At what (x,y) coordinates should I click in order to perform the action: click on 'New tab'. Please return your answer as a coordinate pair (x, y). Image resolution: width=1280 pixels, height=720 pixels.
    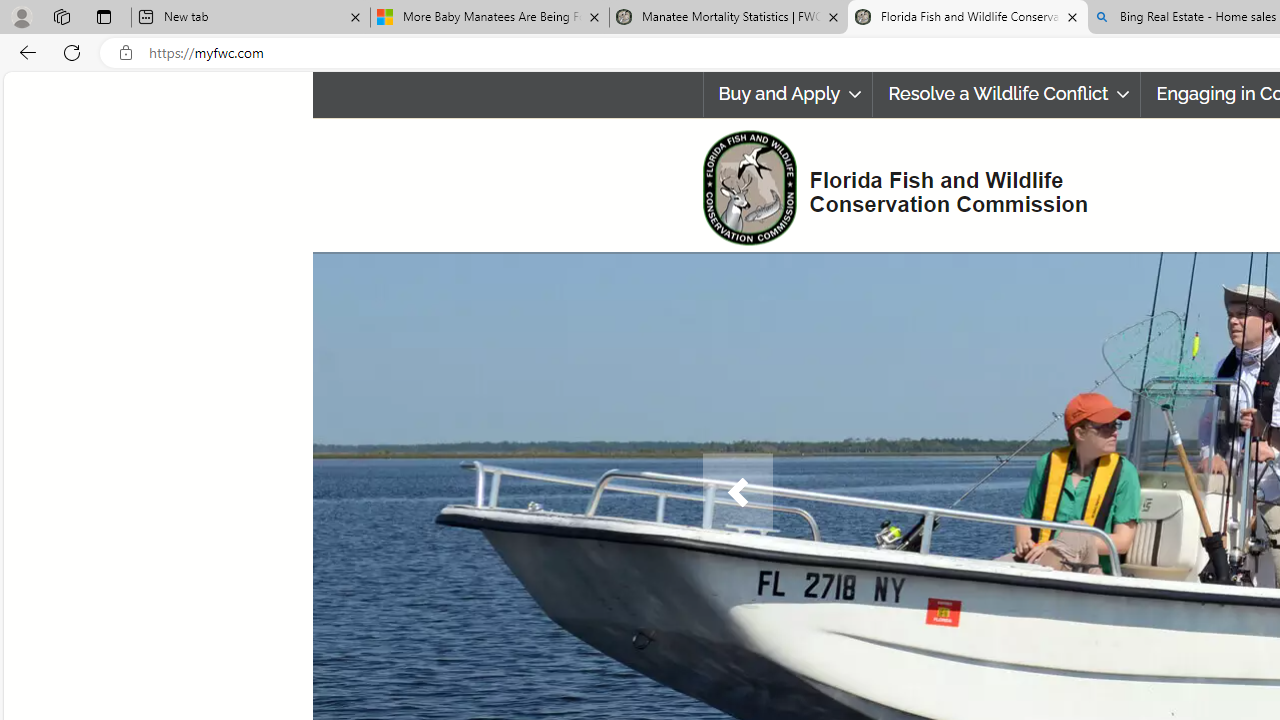
    Looking at the image, I should click on (249, 17).